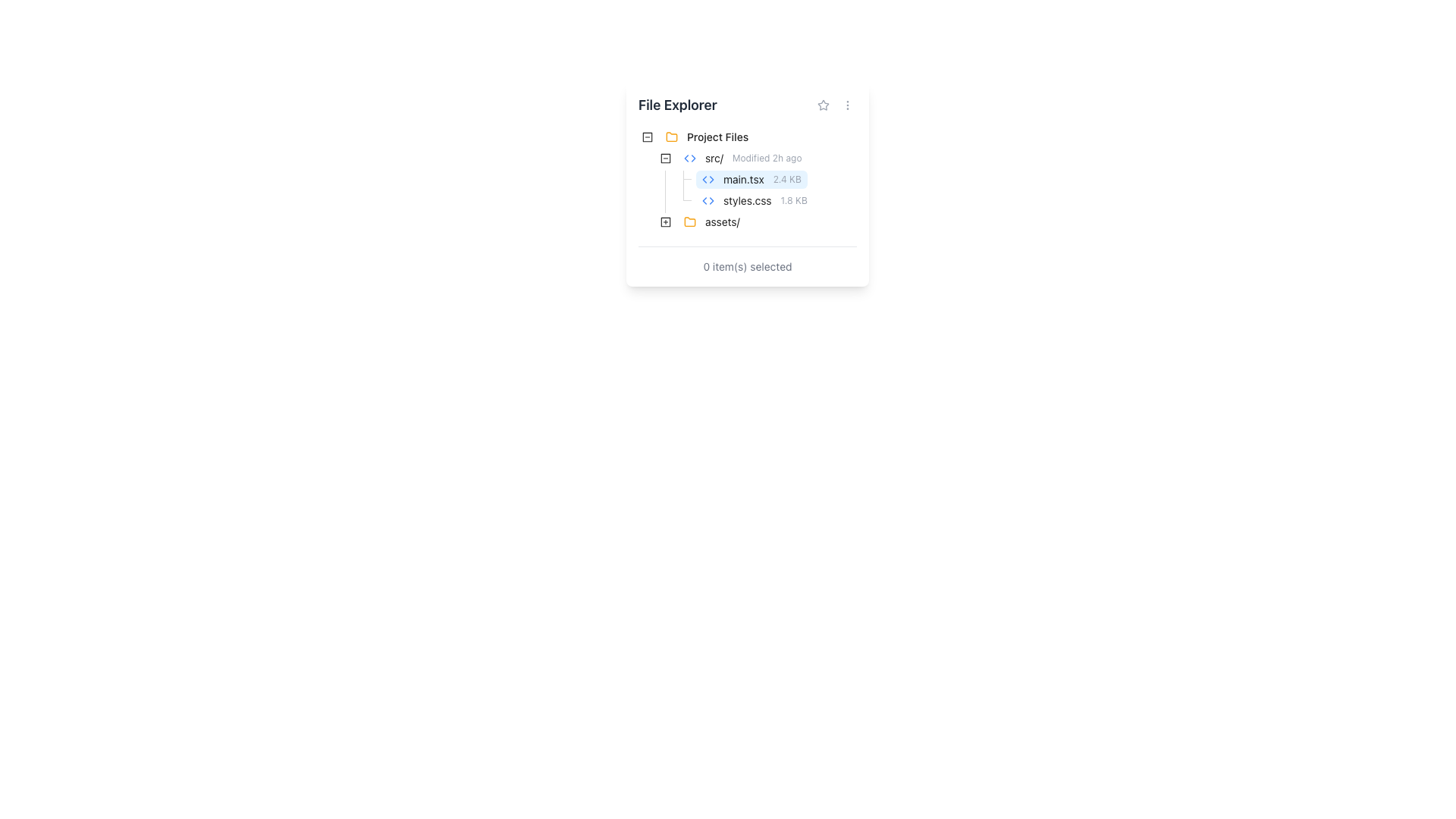 The image size is (1456, 819). Describe the element at coordinates (822, 104) in the screenshot. I see `the star-shaped icon button with a gray outline to mark it as favorite, which is the first element in a horizontal grouping located in the 'File Explorer' block` at that location.